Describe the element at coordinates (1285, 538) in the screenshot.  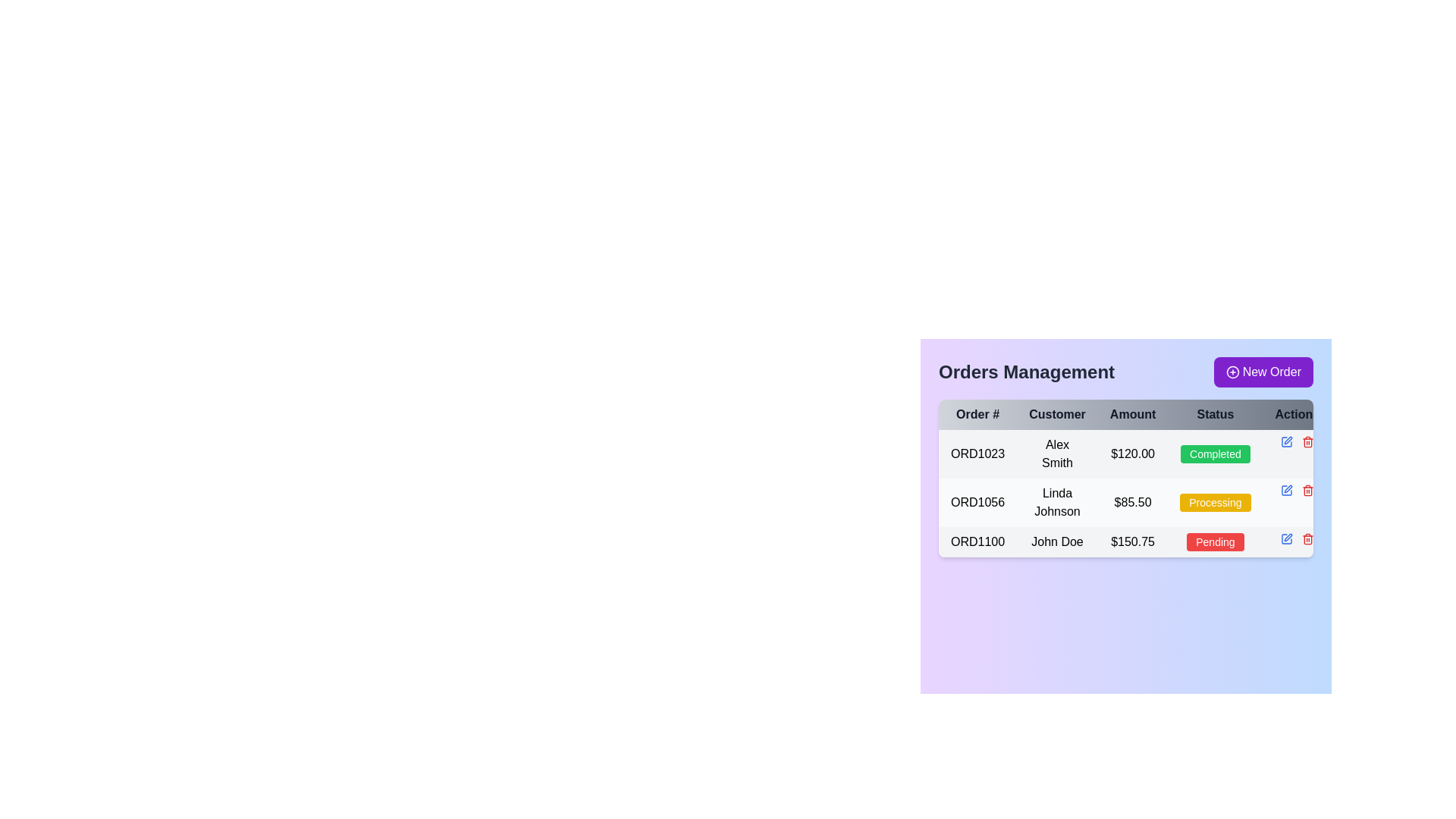
I see `the blue edit icon button in the 'Action' column of the third row in the 'Orders Management' data table` at that location.